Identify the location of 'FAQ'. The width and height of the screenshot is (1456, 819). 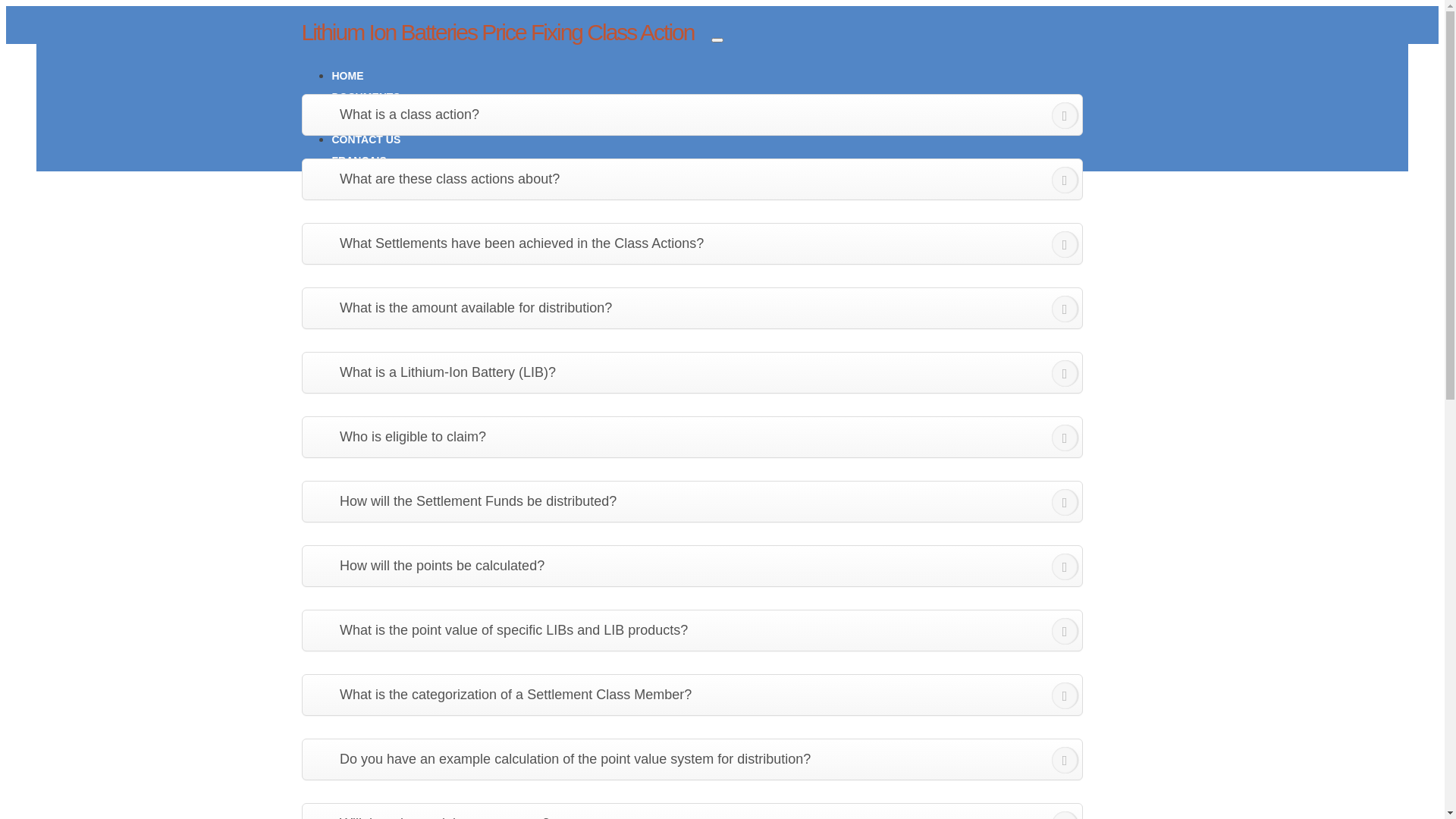
(342, 117).